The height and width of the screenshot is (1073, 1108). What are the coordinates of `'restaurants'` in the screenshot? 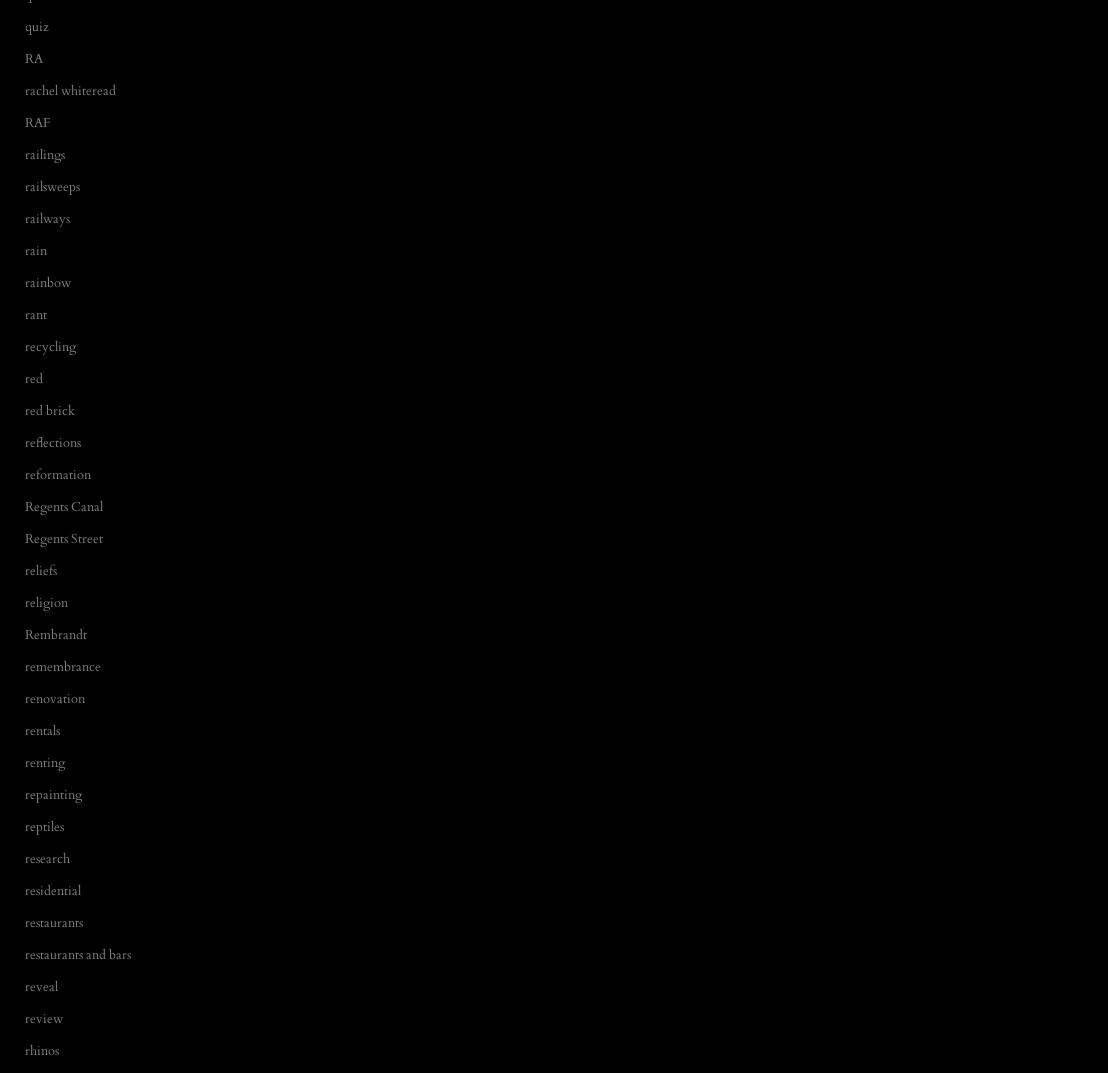 It's located at (52, 922).